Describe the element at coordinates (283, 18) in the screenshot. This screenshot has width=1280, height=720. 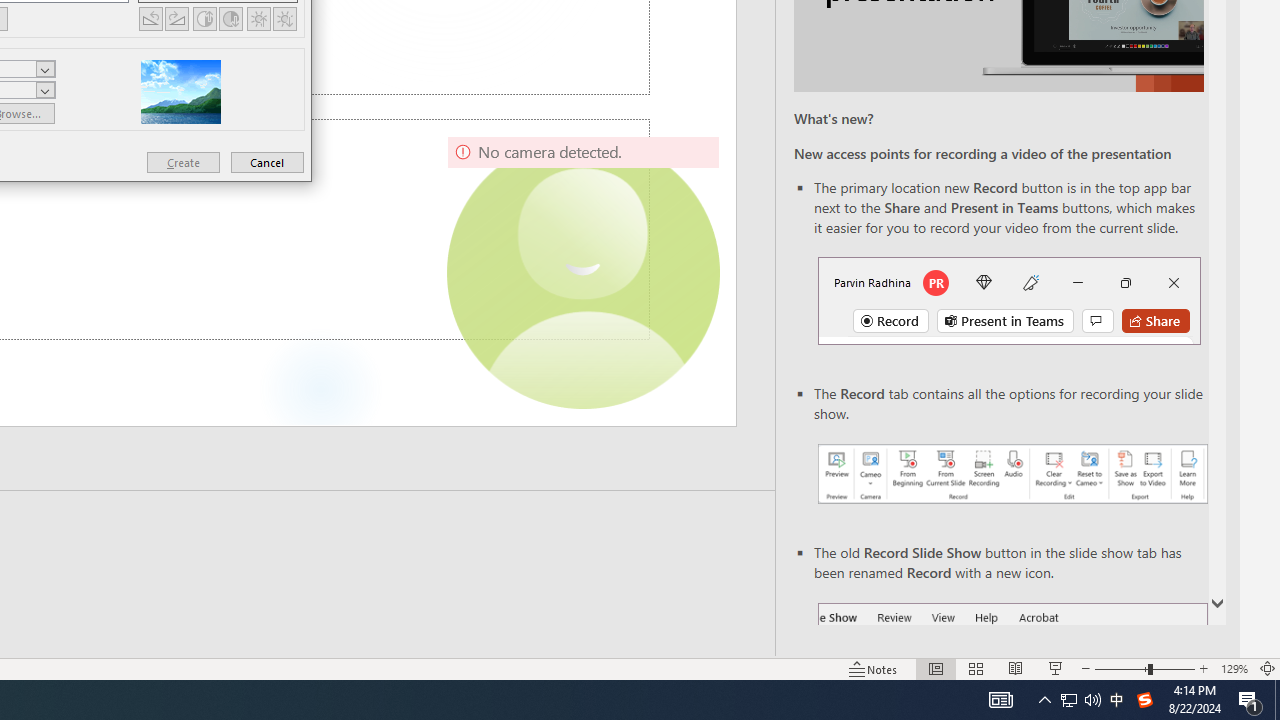
I see `'Less Brightness'` at that location.